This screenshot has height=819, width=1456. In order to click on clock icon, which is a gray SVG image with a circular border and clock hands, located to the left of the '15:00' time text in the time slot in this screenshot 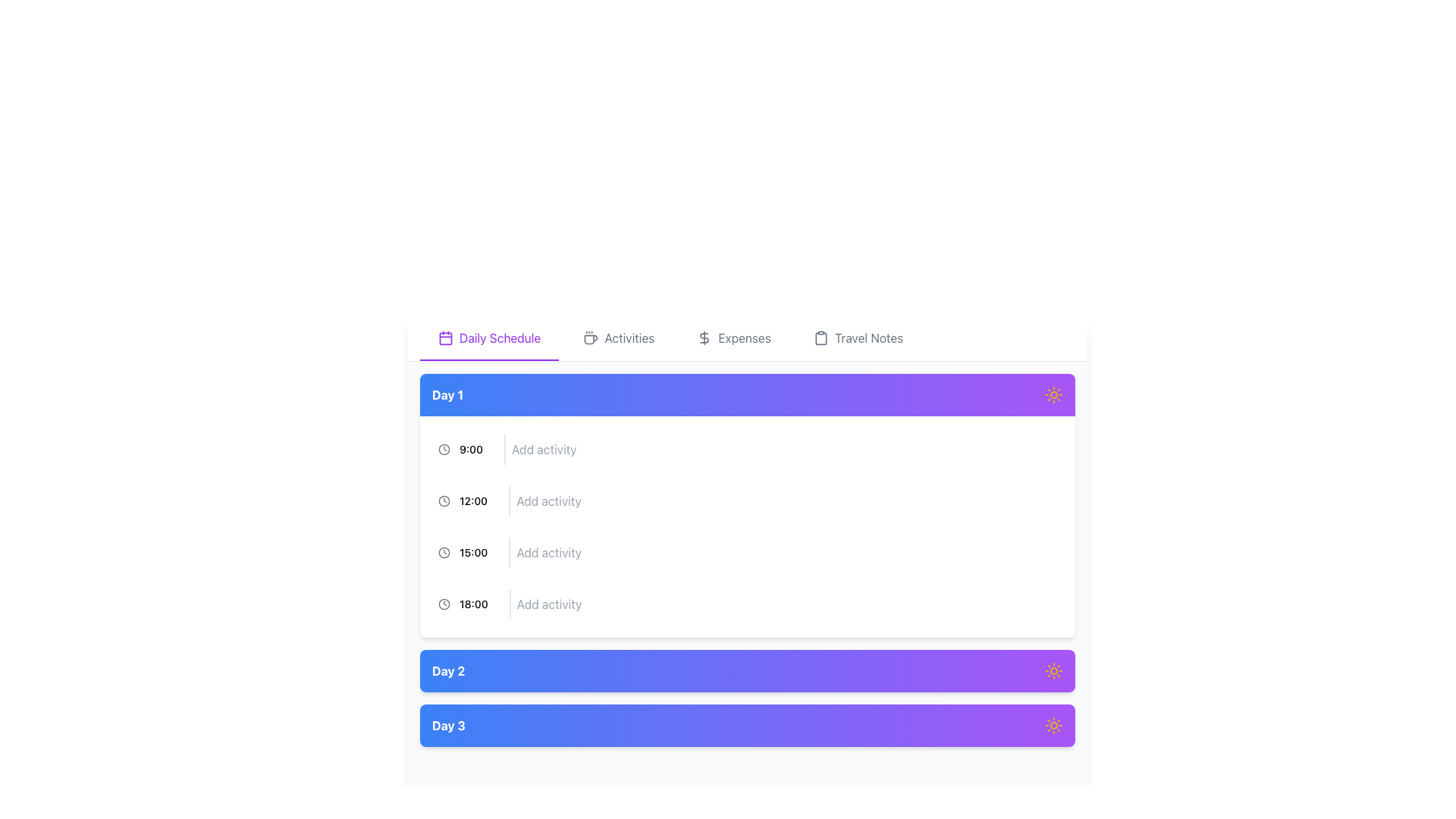, I will do `click(443, 553)`.